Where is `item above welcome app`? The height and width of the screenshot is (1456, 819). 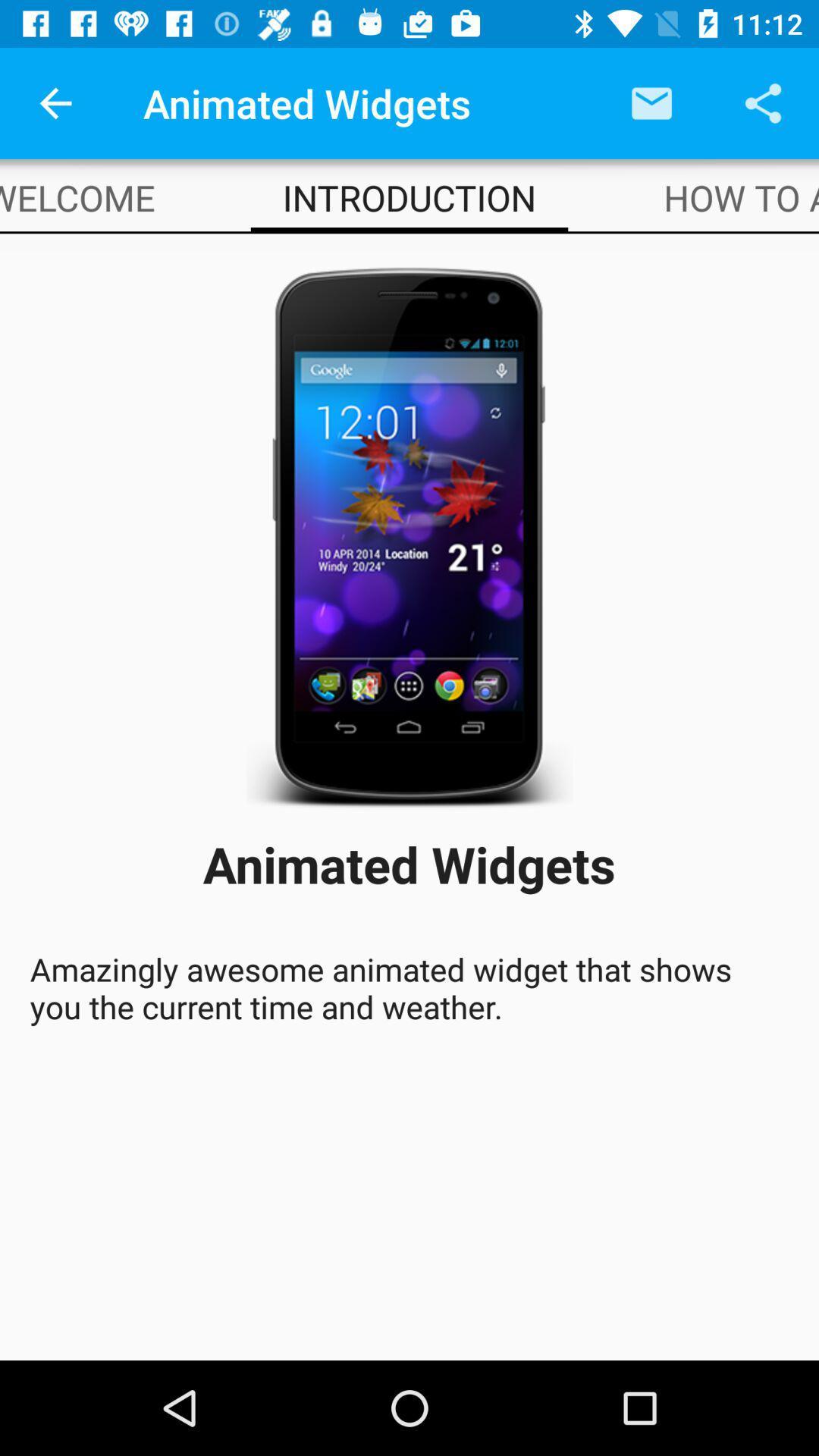
item above welcome app is located at coordinates (55, 102).